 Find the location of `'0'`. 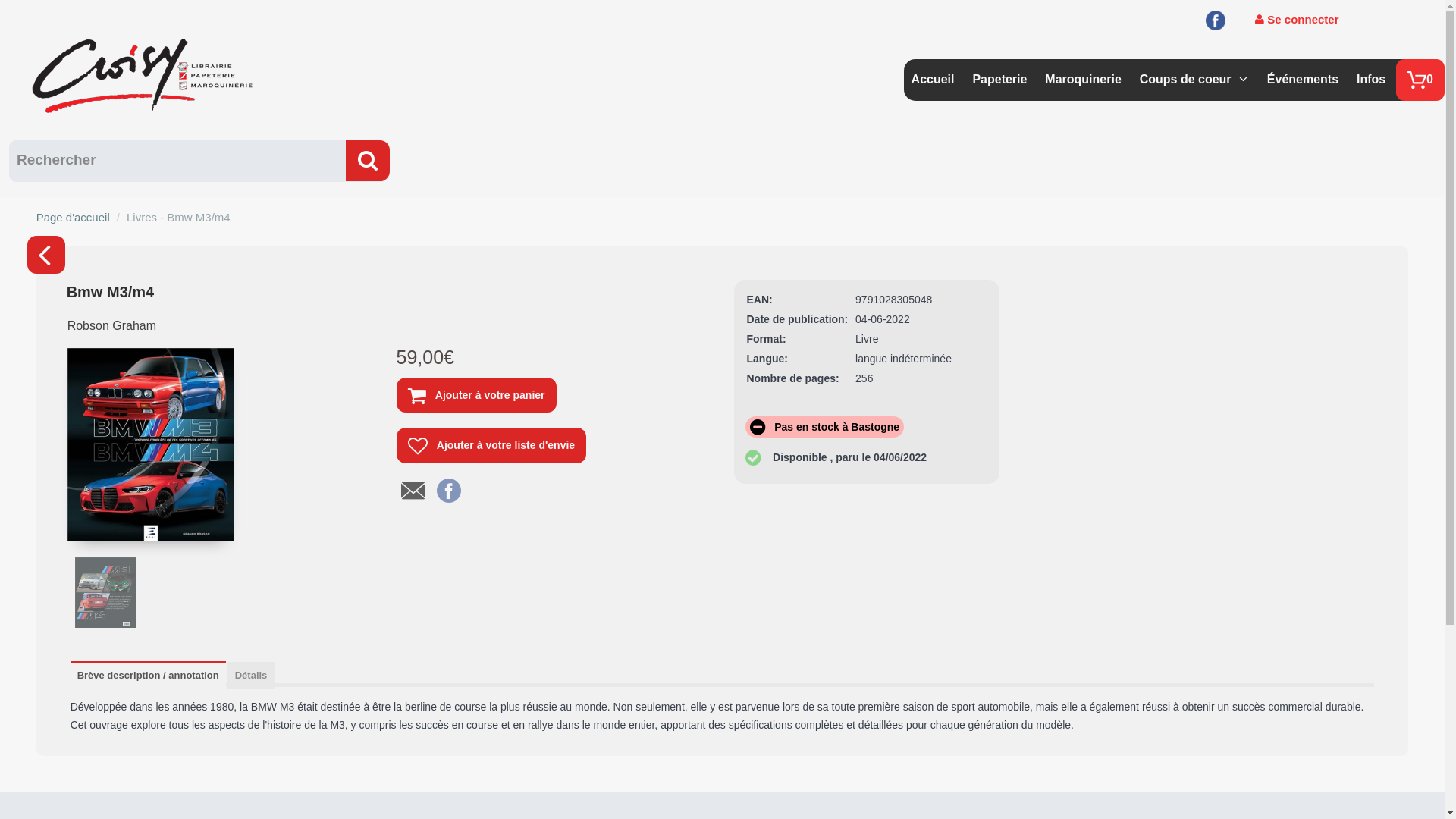

'0' is located at coordinates (1419, 80).